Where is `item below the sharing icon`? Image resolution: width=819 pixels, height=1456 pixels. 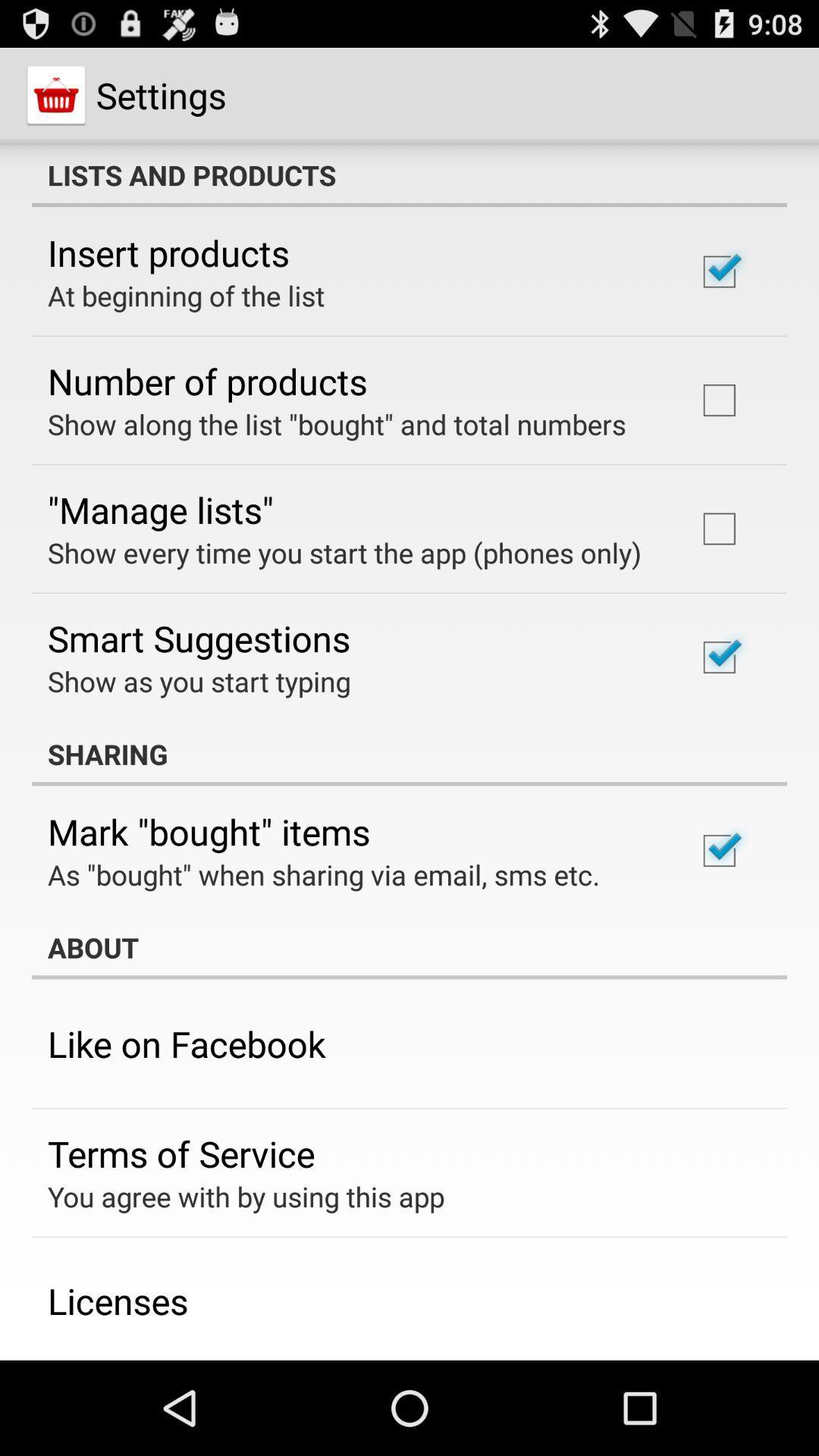
item below the sharing icon is located at coordinates (209, 830).